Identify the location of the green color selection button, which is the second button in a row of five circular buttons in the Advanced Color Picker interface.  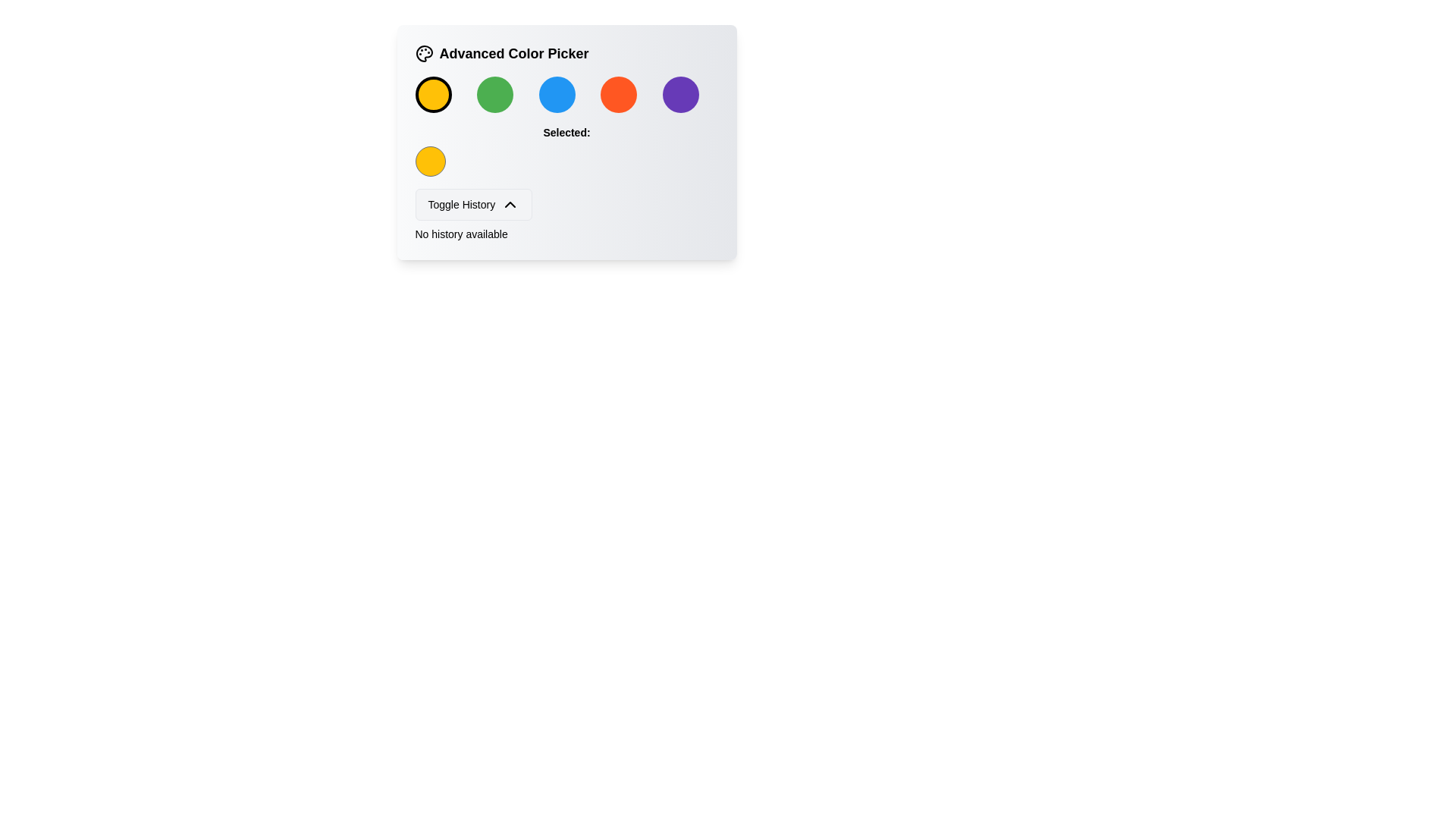
(495, 94).